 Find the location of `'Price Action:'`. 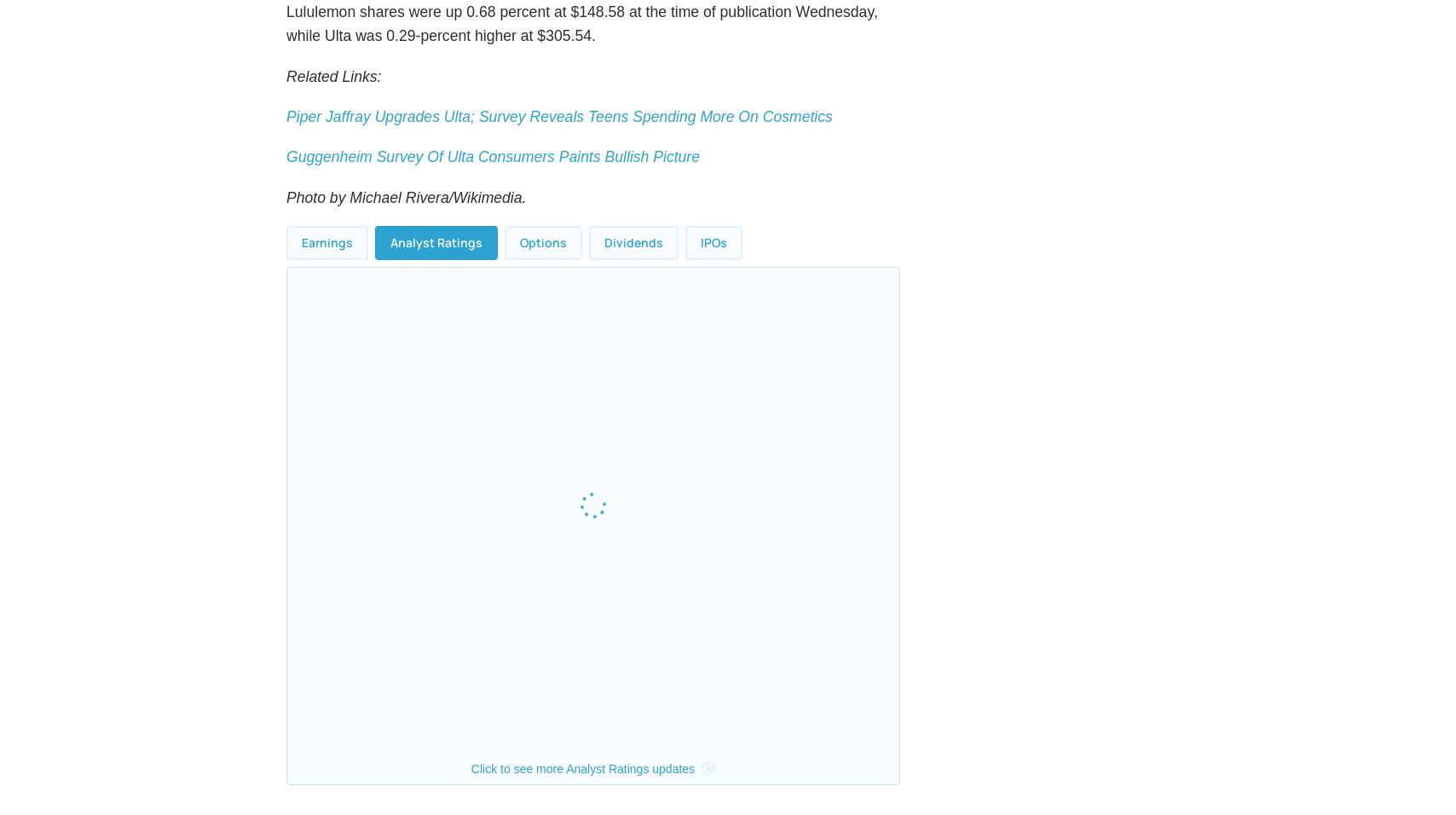

'Price Action:' is located at coordinates (344, 19).